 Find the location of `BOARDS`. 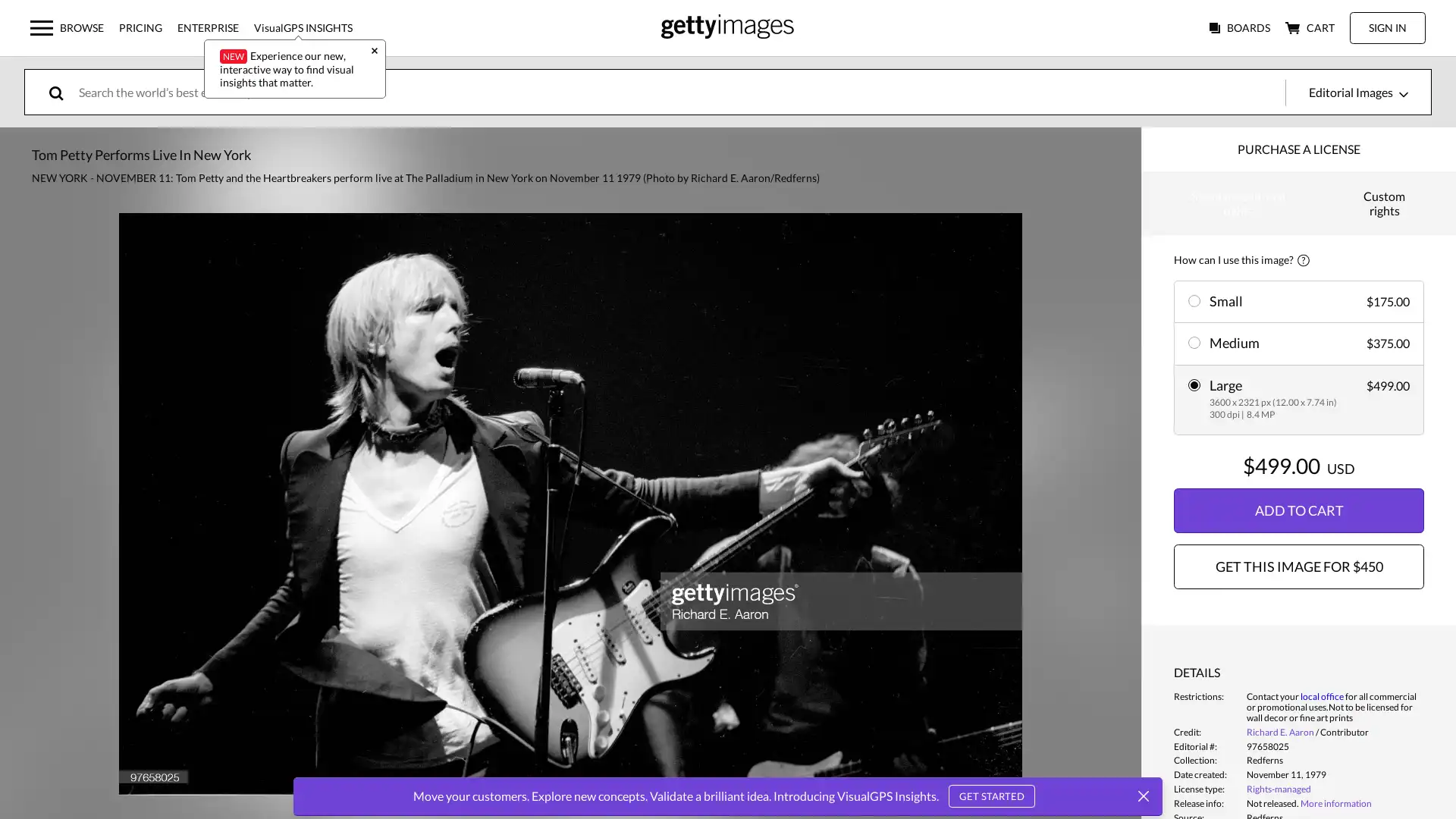

BOARDS is located at coordinates (1240, 27).